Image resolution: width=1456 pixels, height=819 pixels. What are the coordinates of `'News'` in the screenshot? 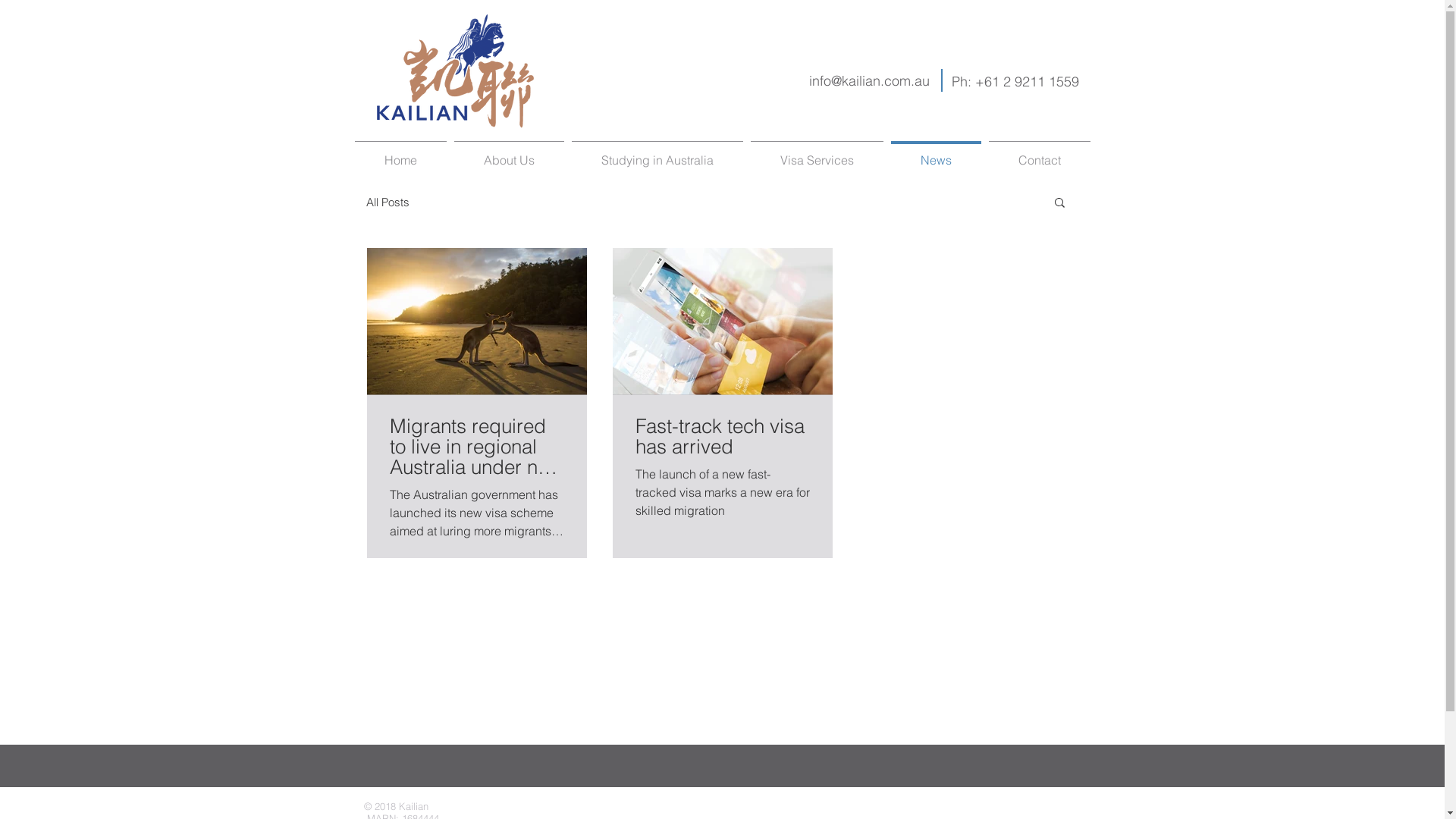 It's located at (935, 153).